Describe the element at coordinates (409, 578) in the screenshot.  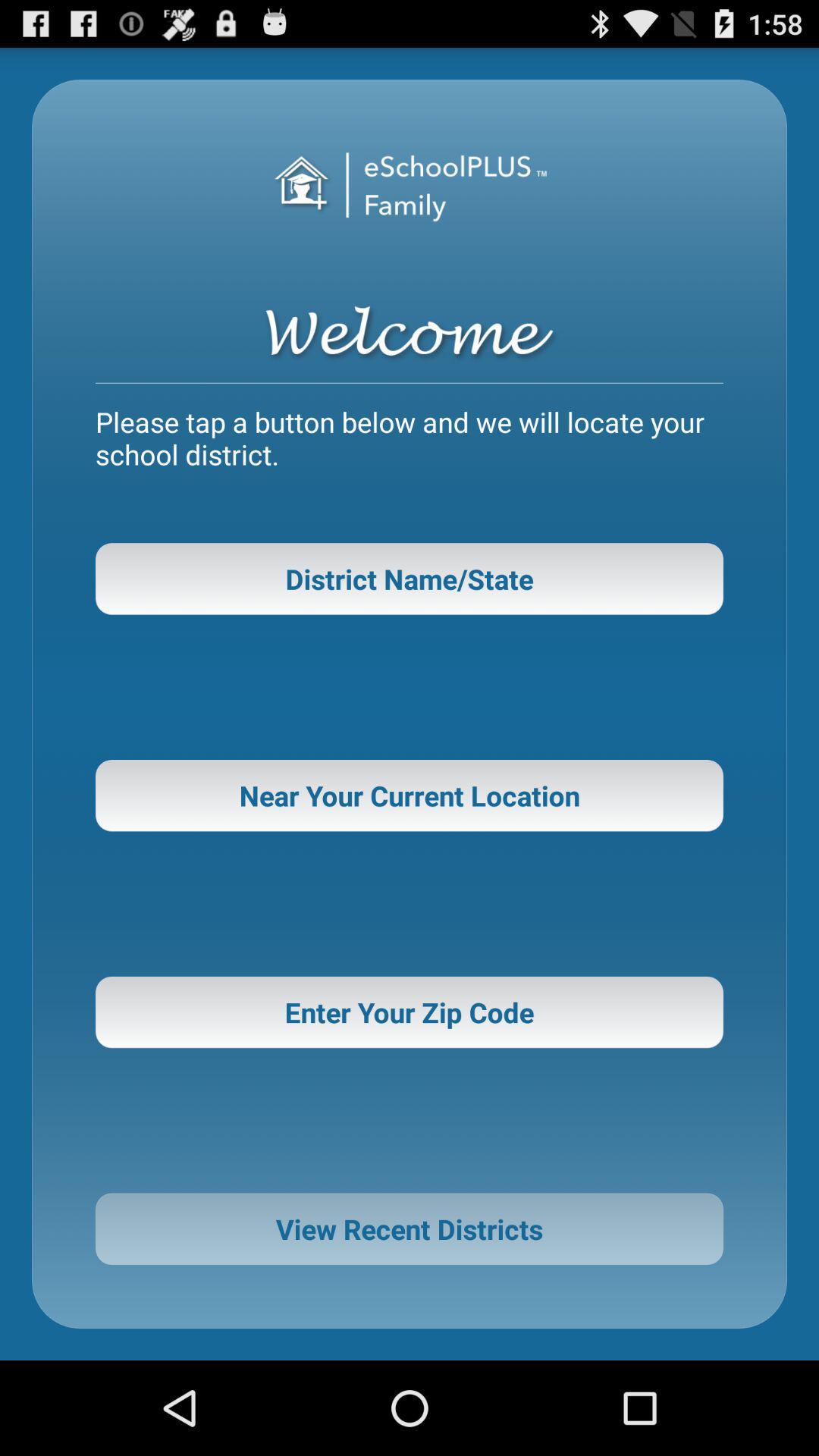
I see `the district name/state` at that location.